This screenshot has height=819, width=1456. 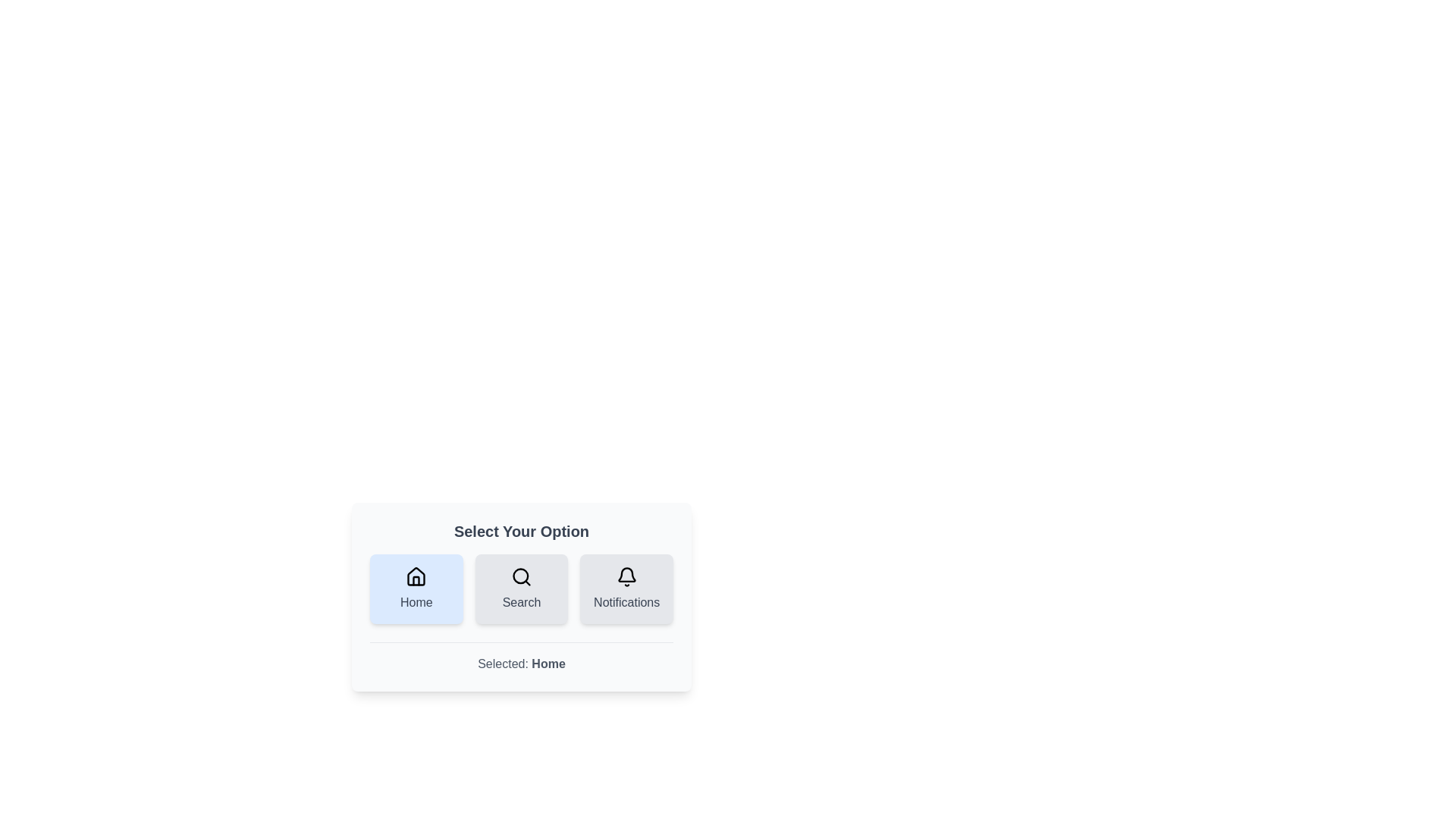 What do you see at coordinates (626, 588) in the screenshot?
I see `the Notifications button to select it` at bounding box center [626, 588].